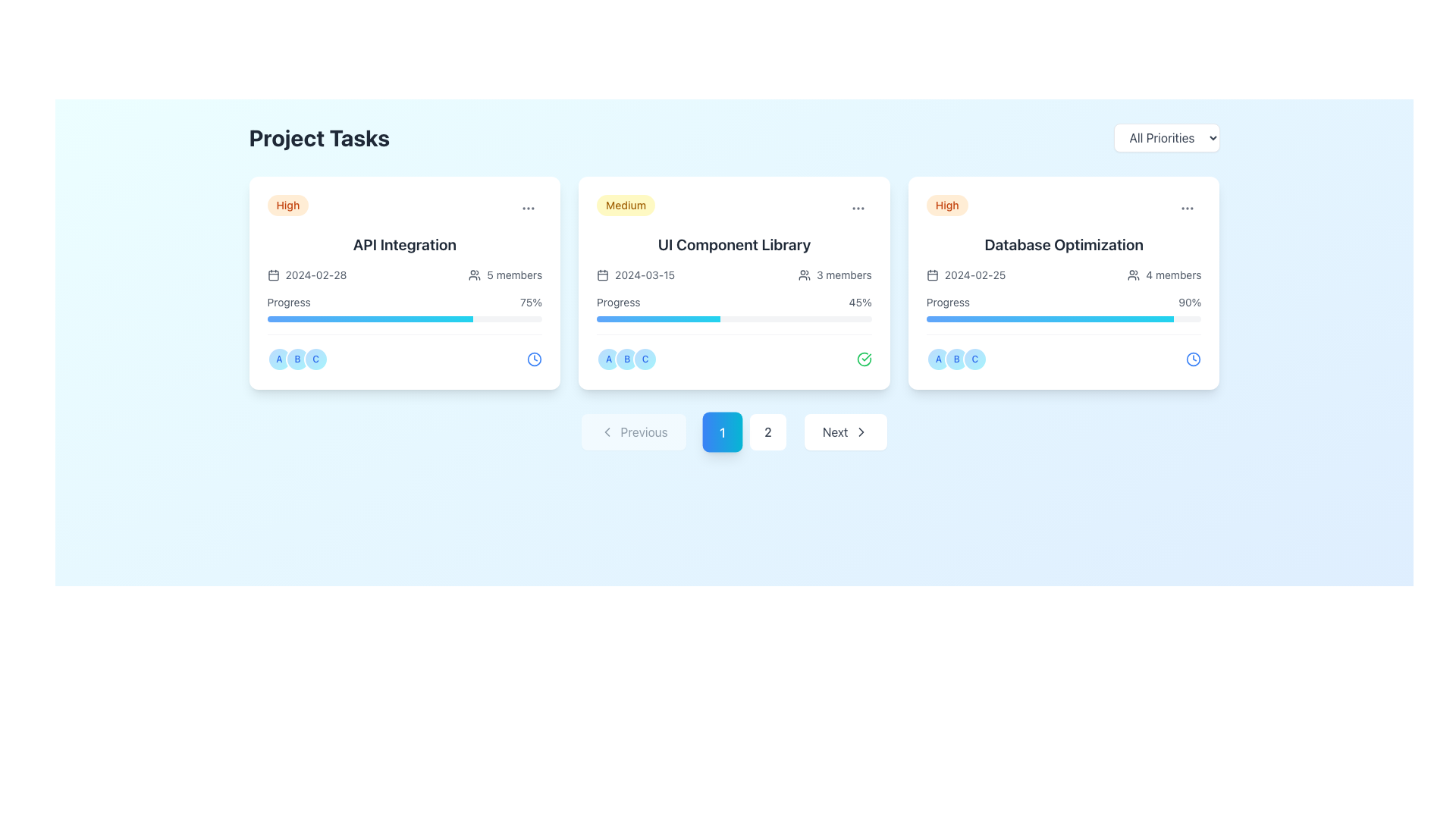 The height and width of the screenshot is (819, 1456). I want to click on the displayed date '2024-03-15' in the Label with a calendar icon, located in the second task card titled 'UI Component Library', so click(635, 275).